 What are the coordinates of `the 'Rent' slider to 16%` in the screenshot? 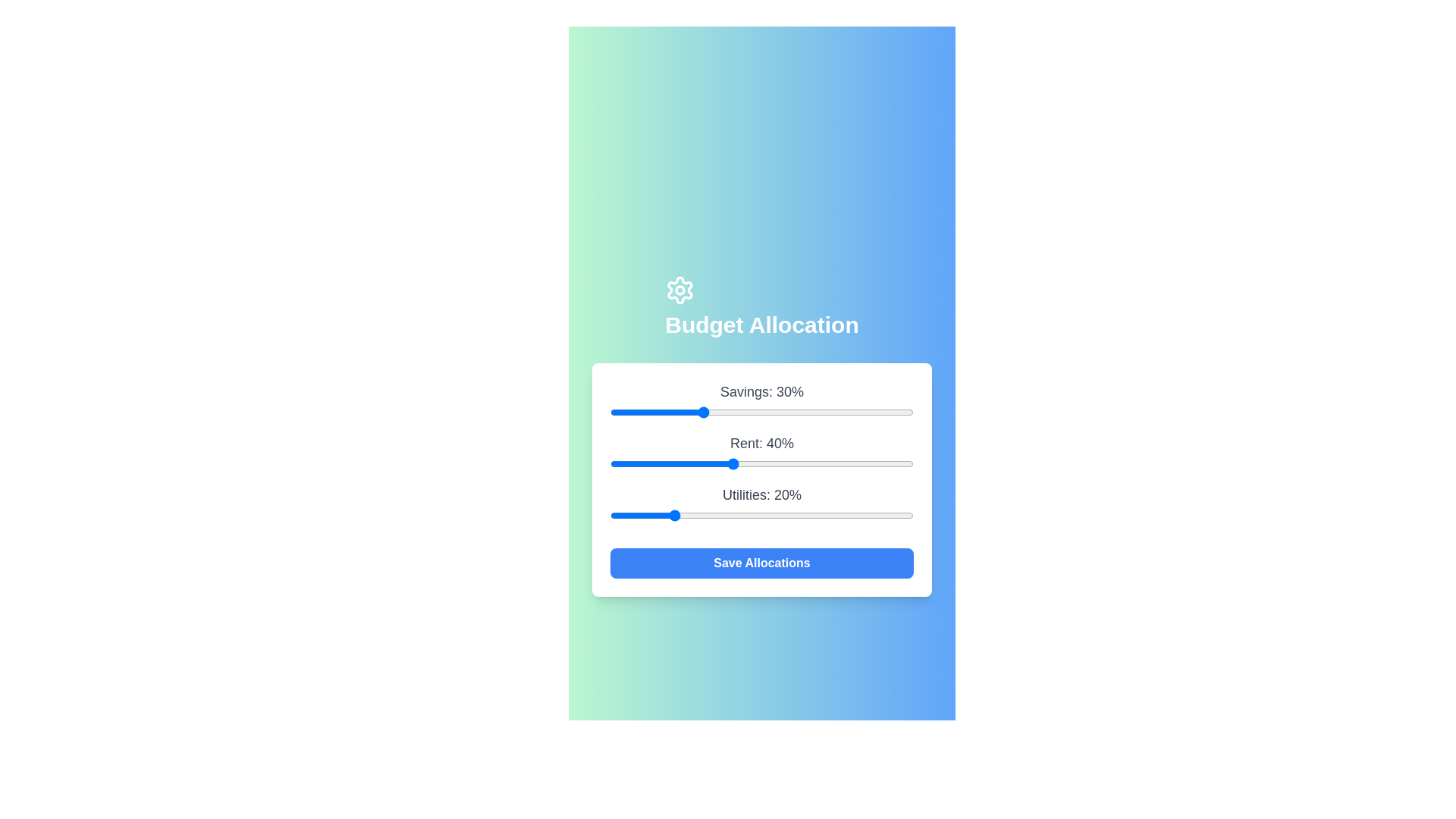 It's located at (658, 463).